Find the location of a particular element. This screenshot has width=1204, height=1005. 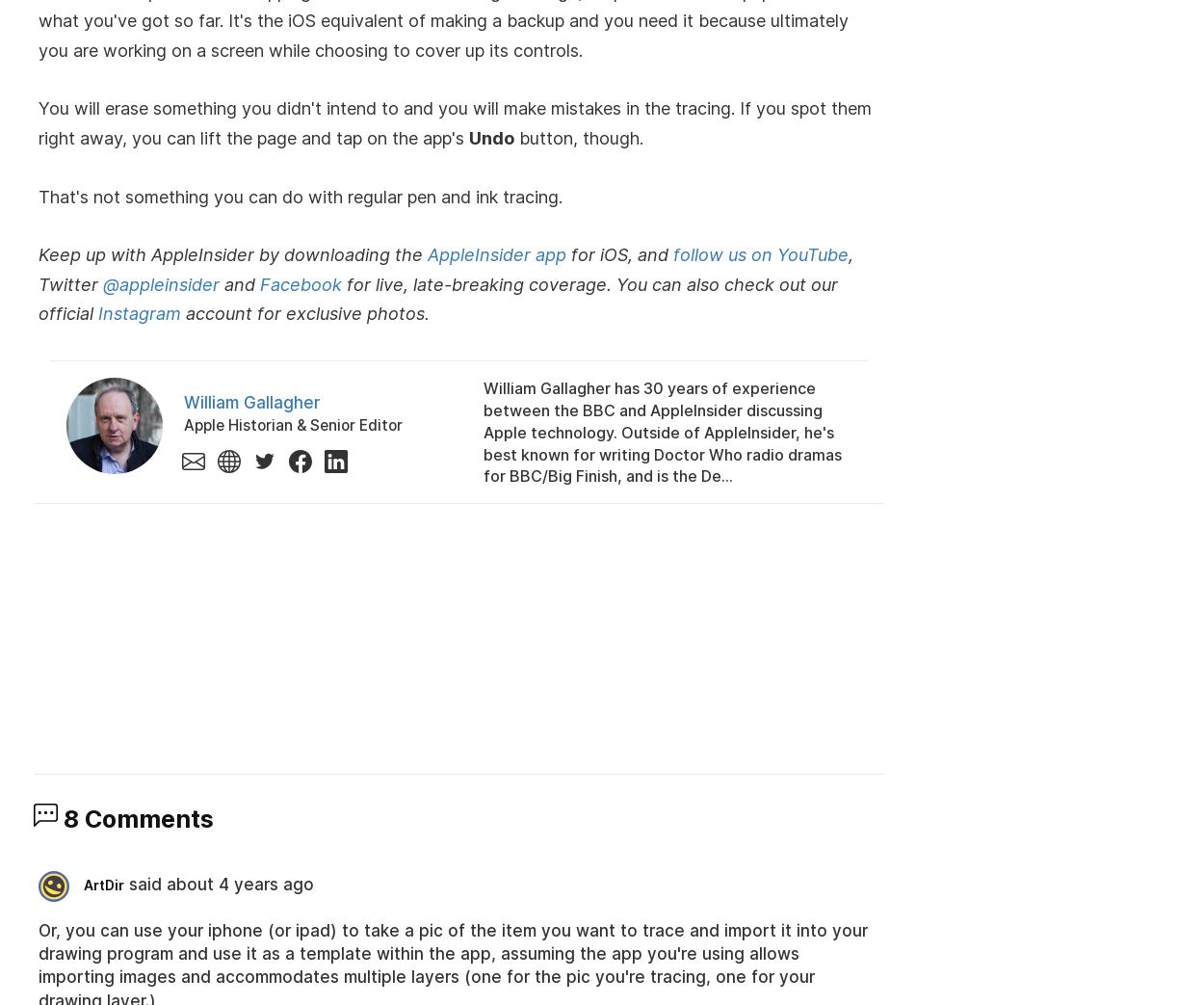

'said about' is located at coordinates (129, 884).